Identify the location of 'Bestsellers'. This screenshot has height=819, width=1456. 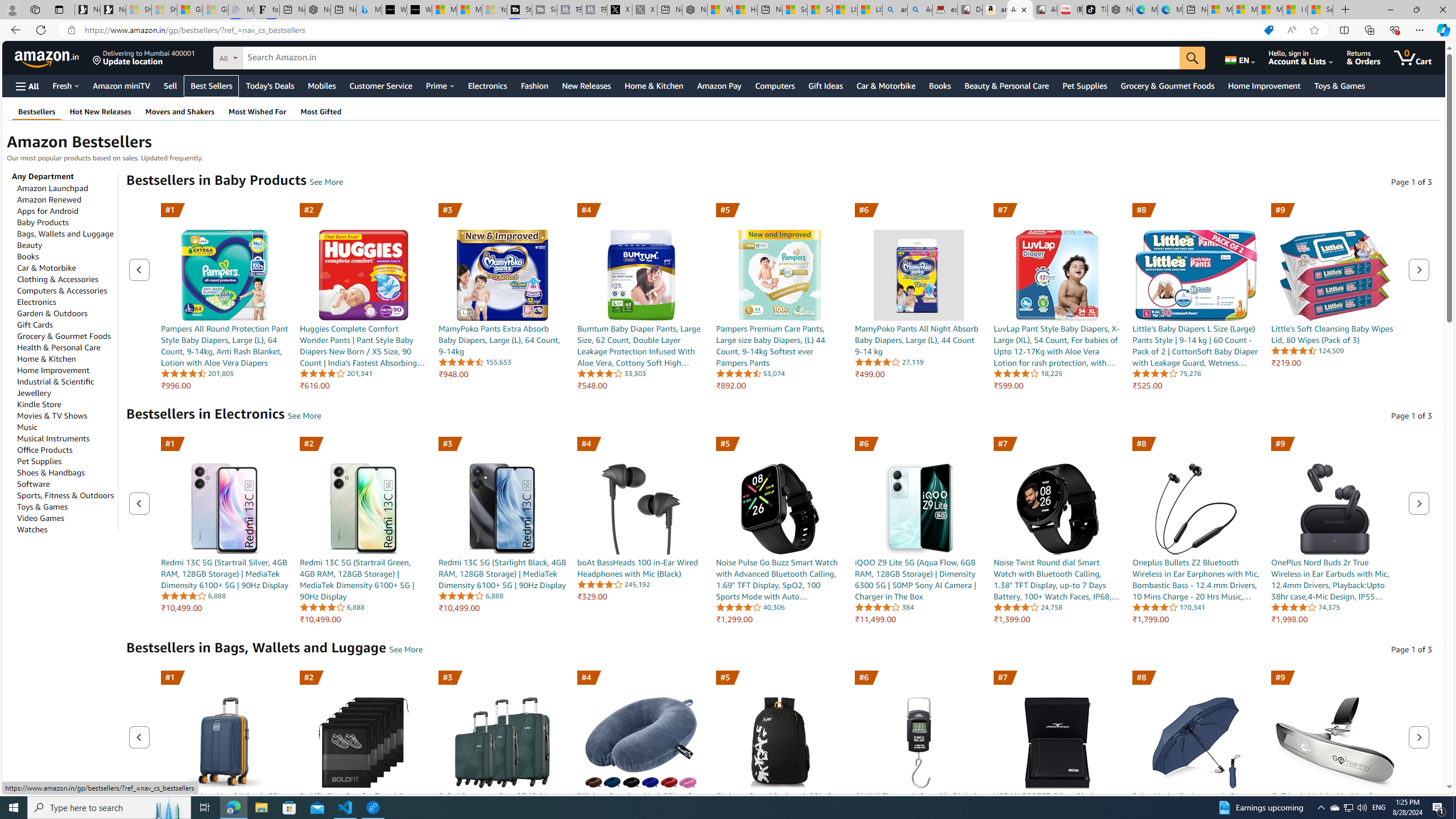
(37, 111).